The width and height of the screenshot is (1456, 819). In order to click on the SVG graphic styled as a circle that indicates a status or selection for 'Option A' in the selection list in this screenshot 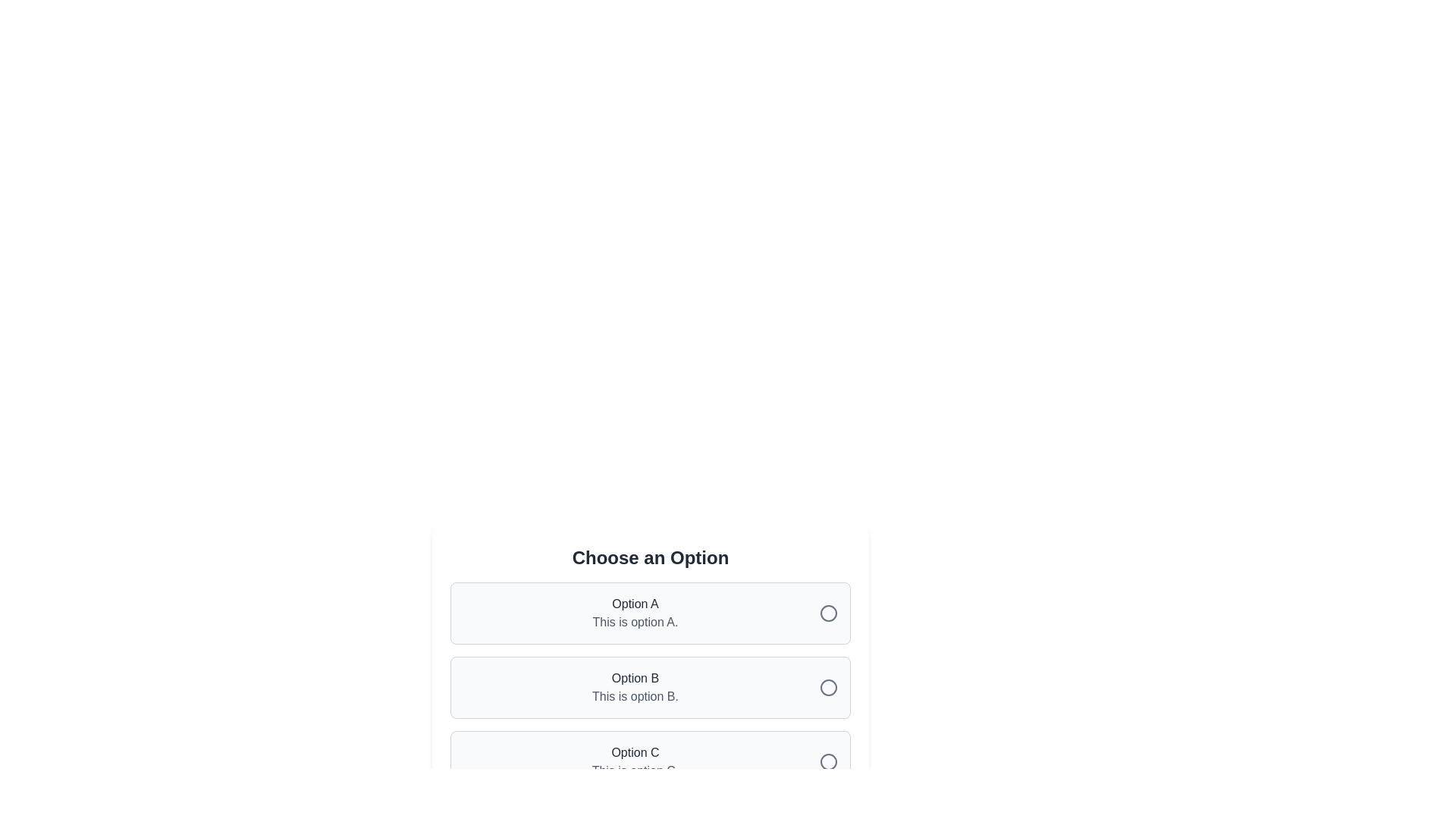, I will do `click(828, 613)`.